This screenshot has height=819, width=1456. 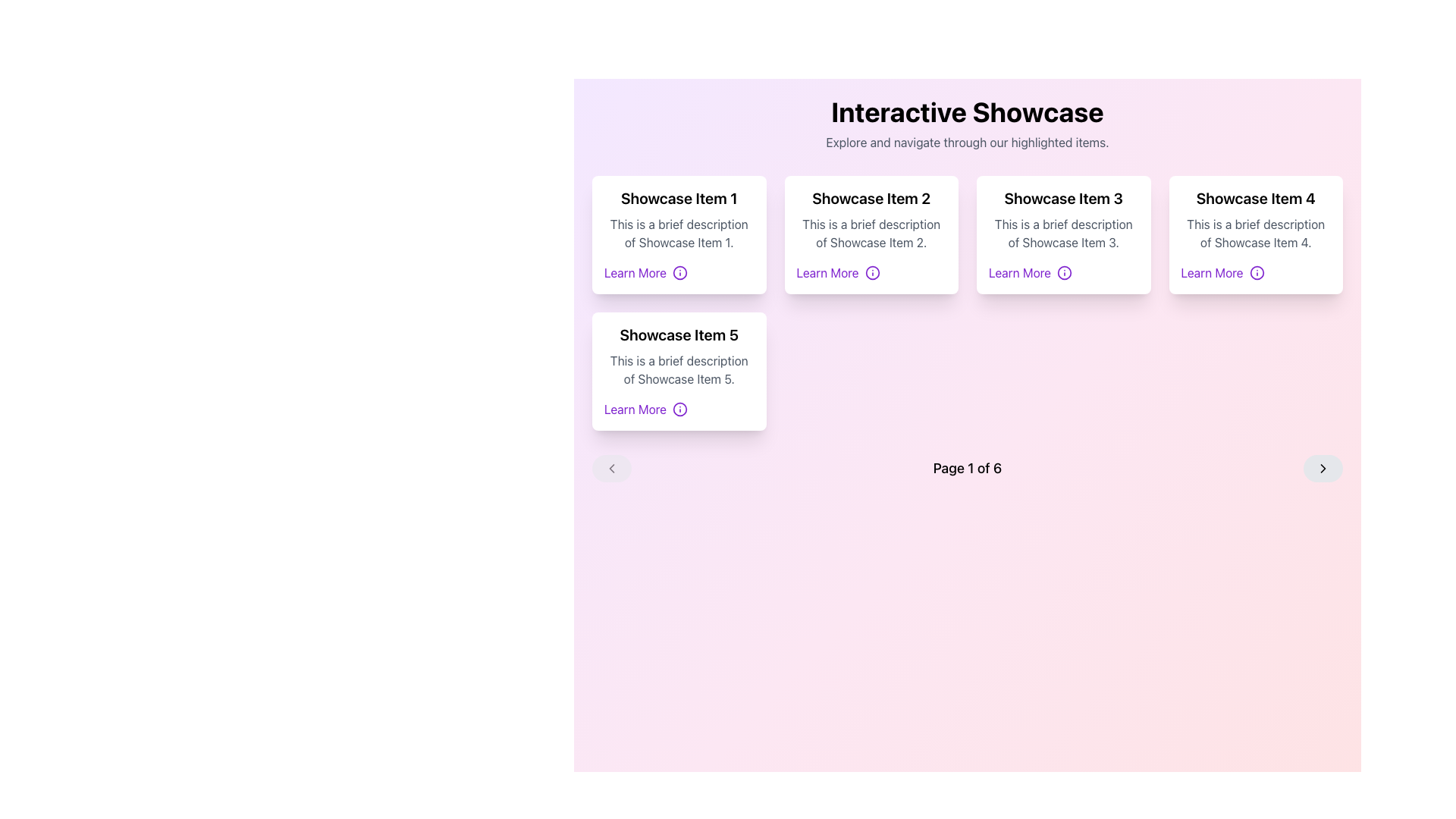 I want to click on the information mark icon adjacent to the 'Learn More' text link in 'Showcase Item 1' card, so click(x=679, y=271).